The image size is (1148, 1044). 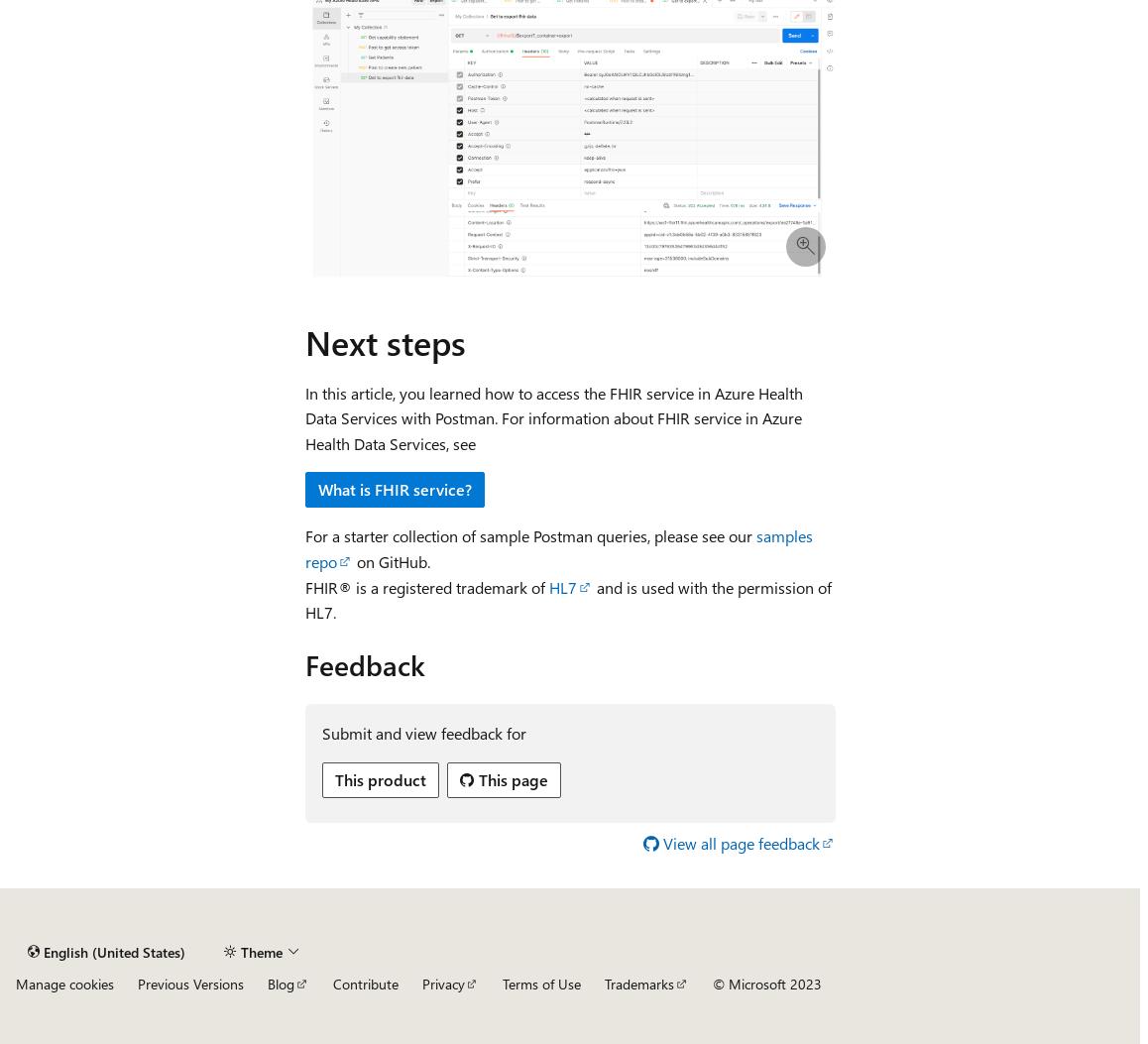 I want to click on 'samples repo', so click(x=558, y=547).